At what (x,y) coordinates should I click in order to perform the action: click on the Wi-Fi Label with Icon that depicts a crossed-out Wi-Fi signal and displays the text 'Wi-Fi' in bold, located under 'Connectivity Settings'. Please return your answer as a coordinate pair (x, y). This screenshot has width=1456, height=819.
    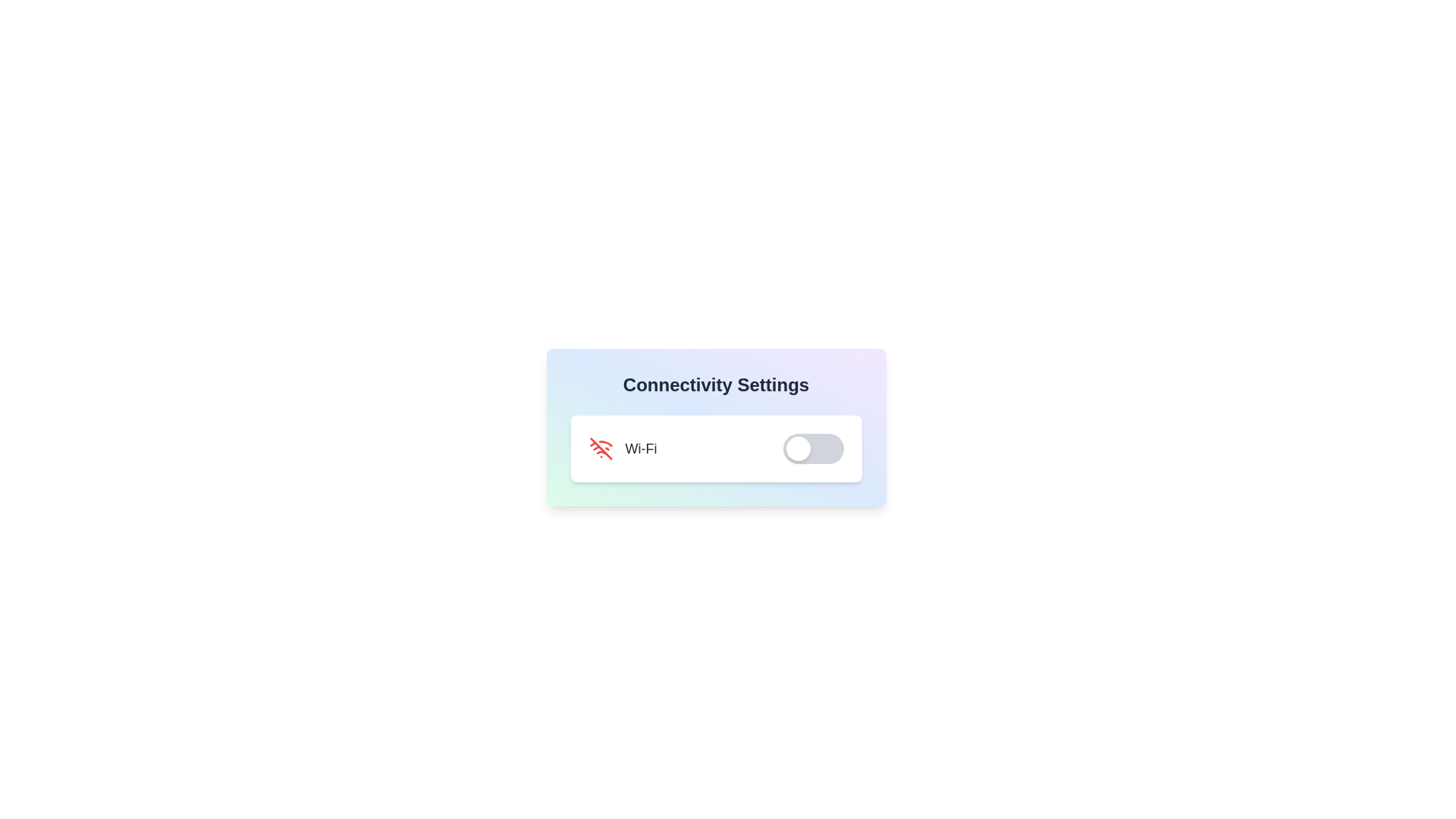
    Looking at the image, I should click on (623, 447).